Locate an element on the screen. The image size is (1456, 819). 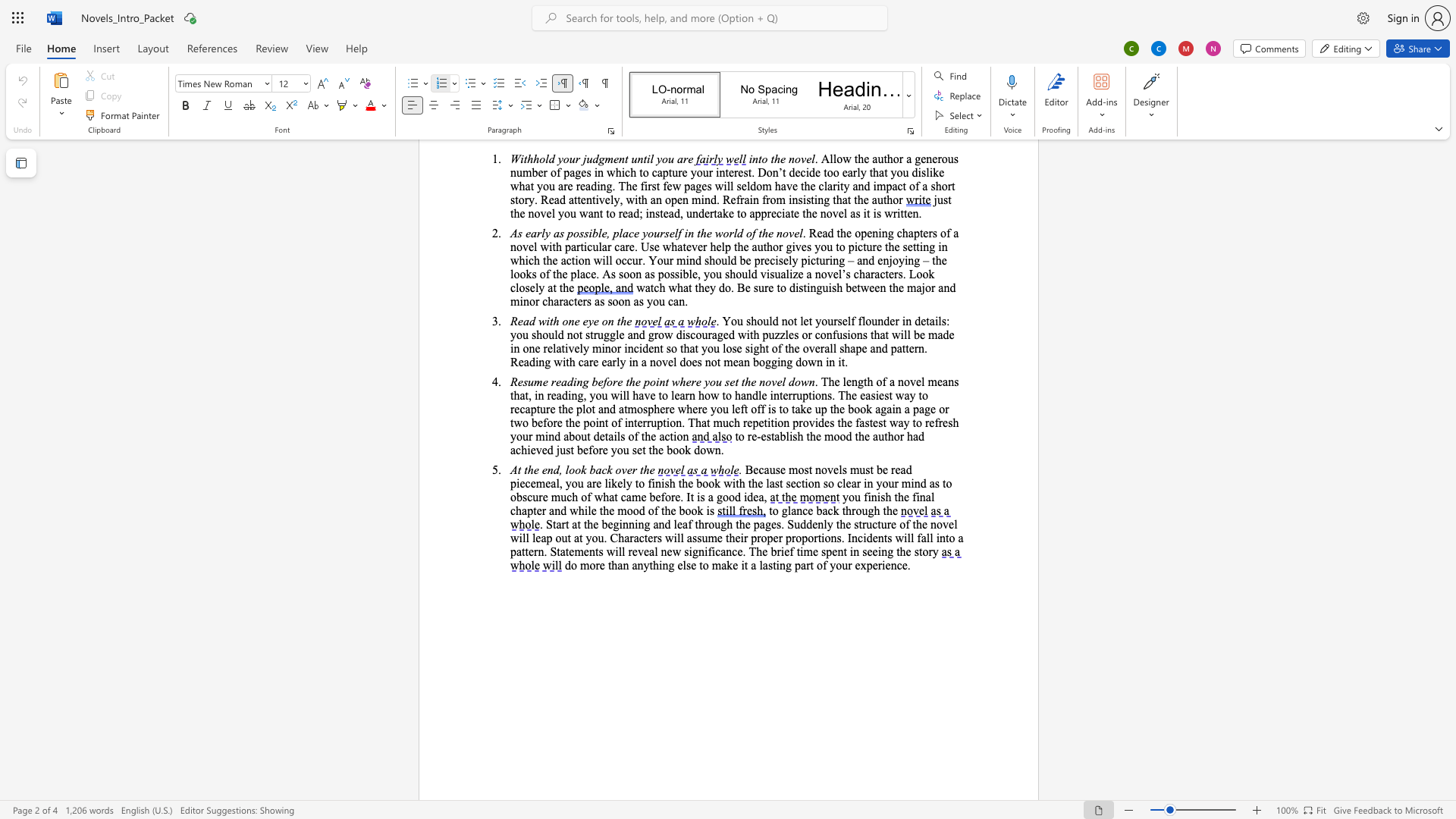
the 2th character "t" in the text is located at coordinates (526, 469).